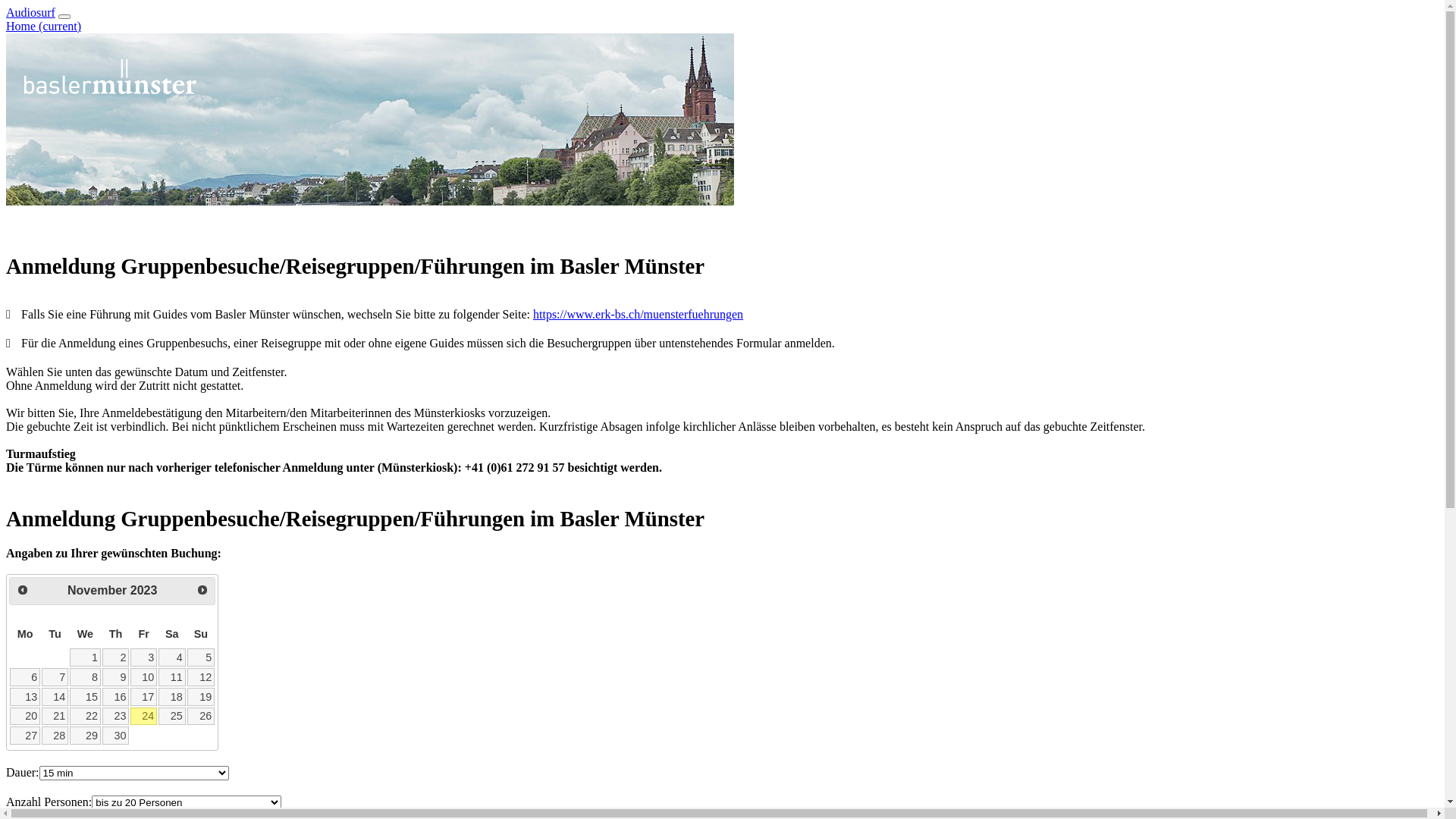  What do you see at coordinates (84, 657) in the screenshot?
I see `'1'` at bounding box center [84, 657].